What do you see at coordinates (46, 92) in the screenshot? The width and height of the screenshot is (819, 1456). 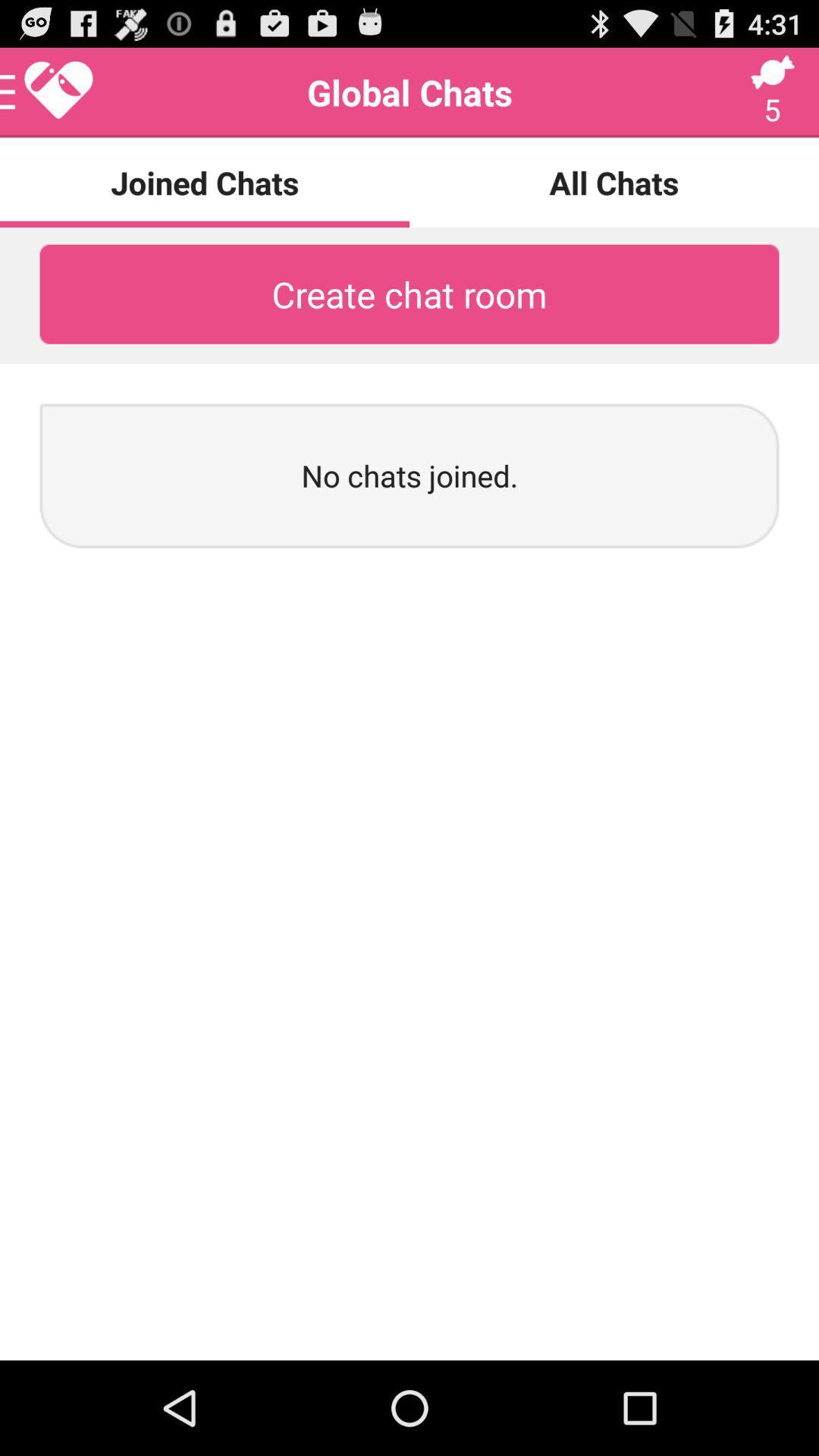 I see `chat list` at bounding box center [46, 92].